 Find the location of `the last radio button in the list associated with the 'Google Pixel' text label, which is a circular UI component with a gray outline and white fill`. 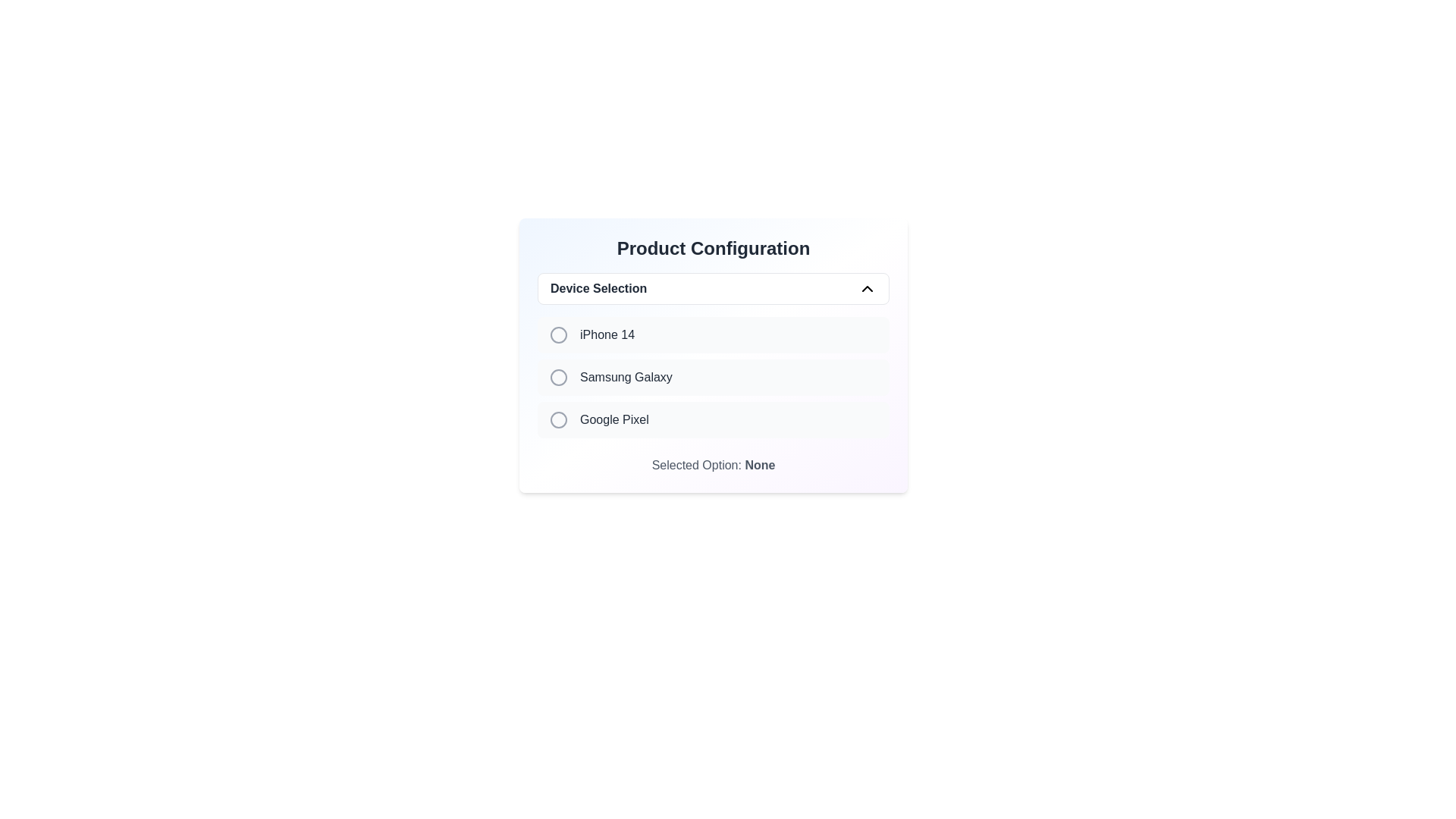

the last radio button in the list associated with the 'Google Pixel' text label, which is a circular UI component with a gray outline and white fill is located at coordinates (558, 420).